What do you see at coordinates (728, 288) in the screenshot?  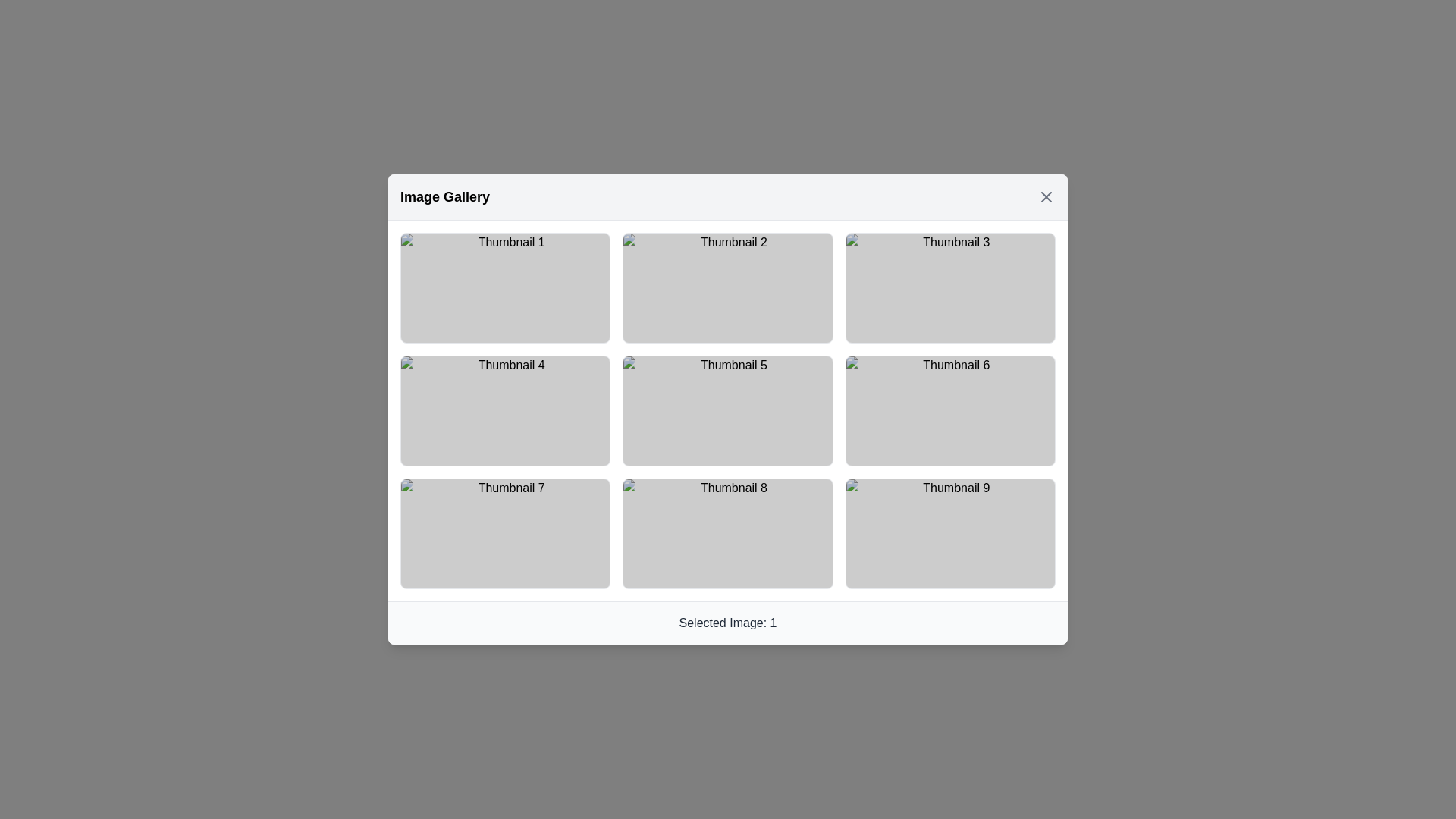 I see `the transparent black background overlay that covers the second thumbnail in the first row of the image gallery grid` at bounding box center [728, 288].